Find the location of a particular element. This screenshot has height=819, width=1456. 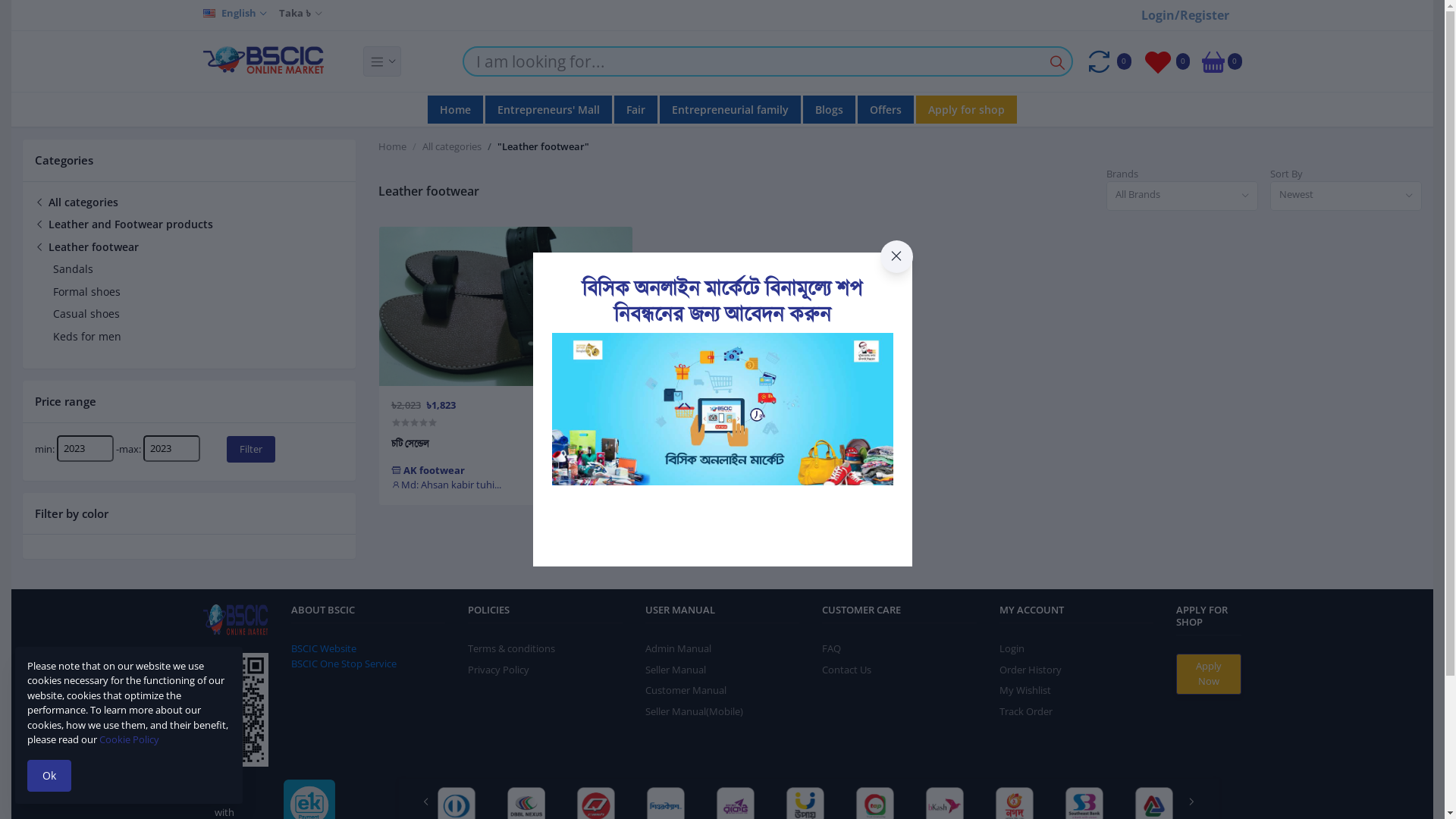

'Cookie Policy' is located at coordinates (129, 739).